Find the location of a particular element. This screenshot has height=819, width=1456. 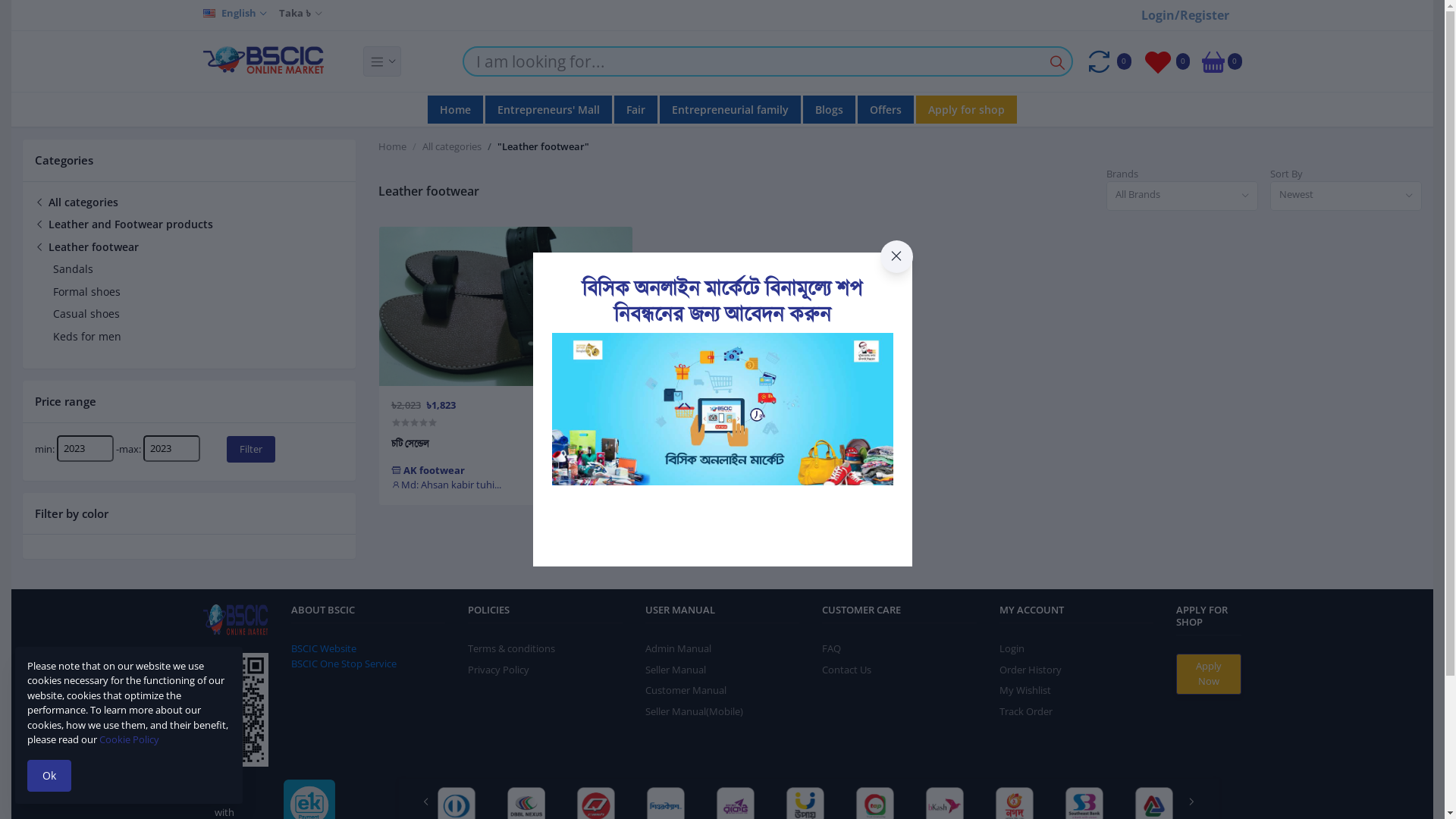

'Cookie Policy' is located at coordinates (129, 739).